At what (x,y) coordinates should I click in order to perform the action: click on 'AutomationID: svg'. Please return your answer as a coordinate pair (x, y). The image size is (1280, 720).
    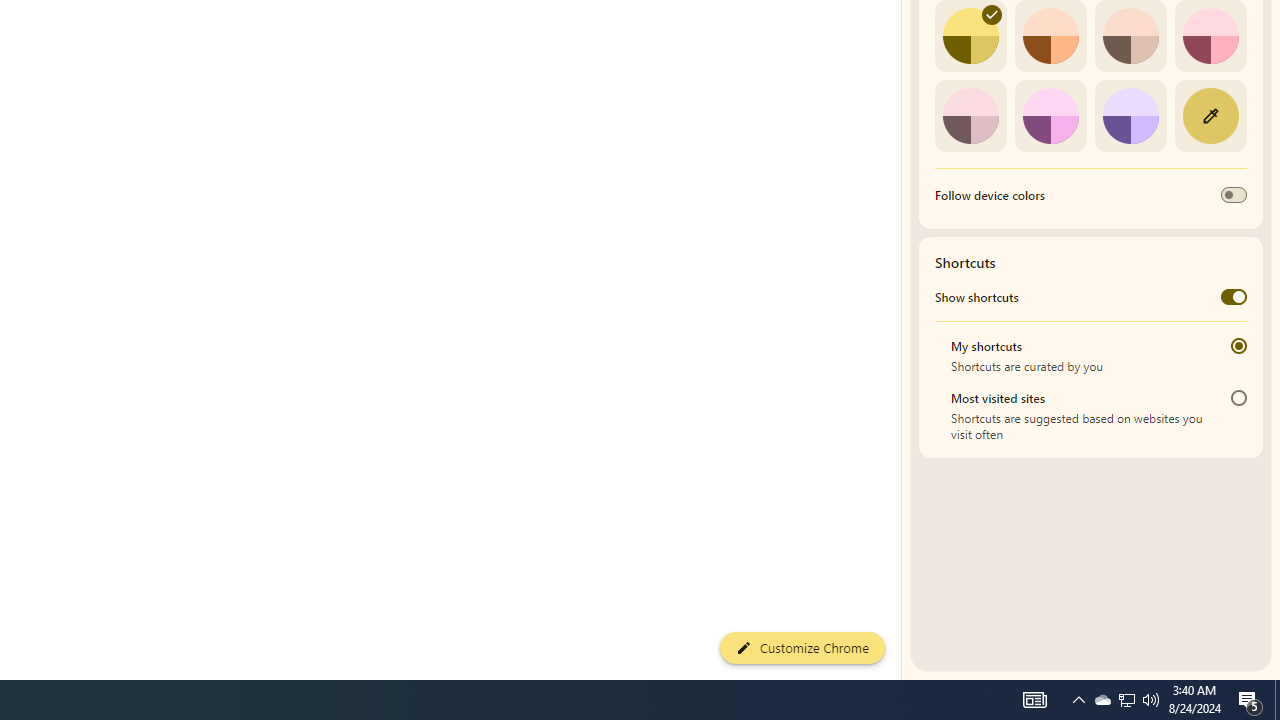
    Looking at the image, I should click on (992, 15).